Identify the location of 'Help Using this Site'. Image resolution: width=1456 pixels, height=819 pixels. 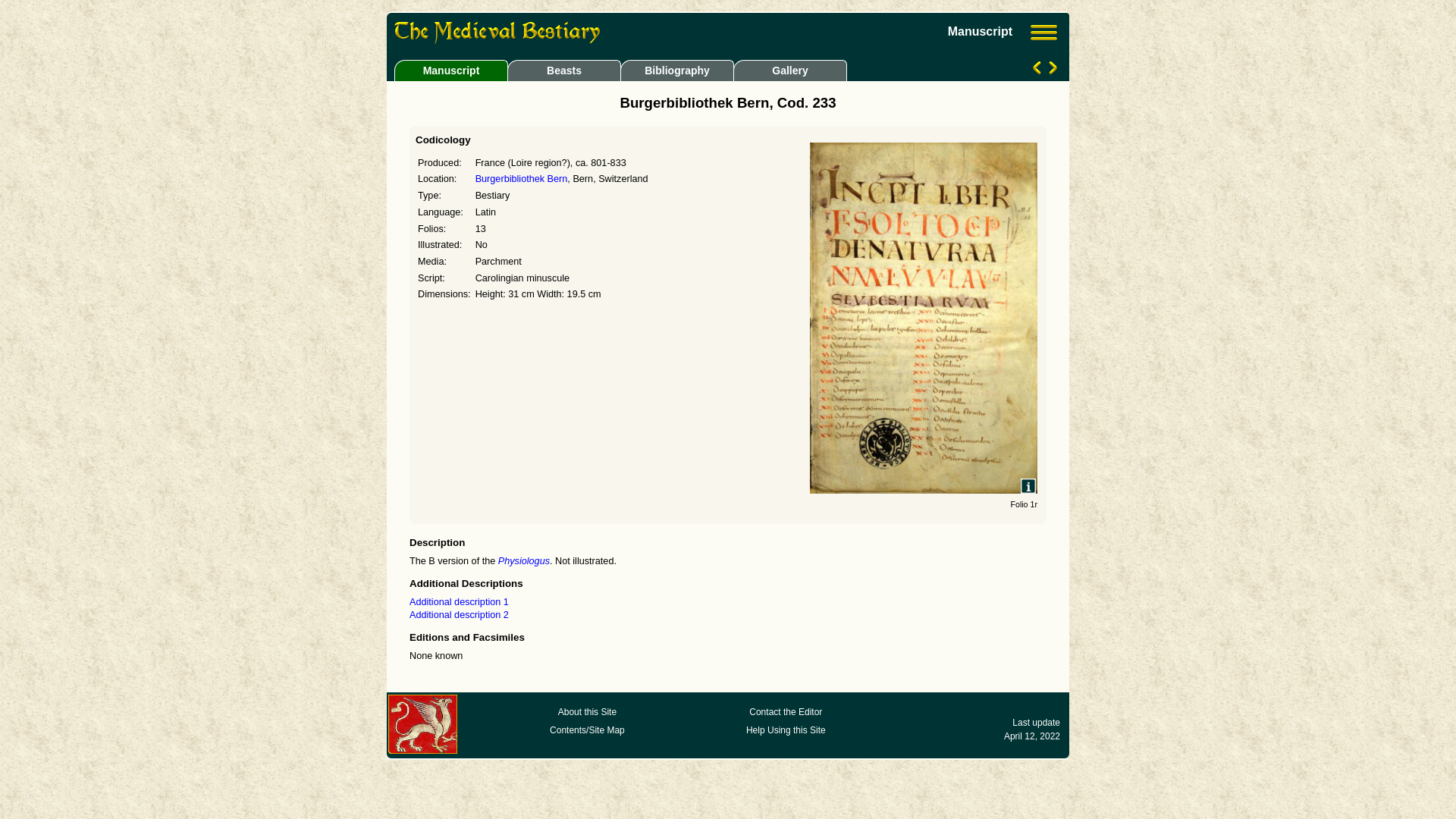
(786, 730).